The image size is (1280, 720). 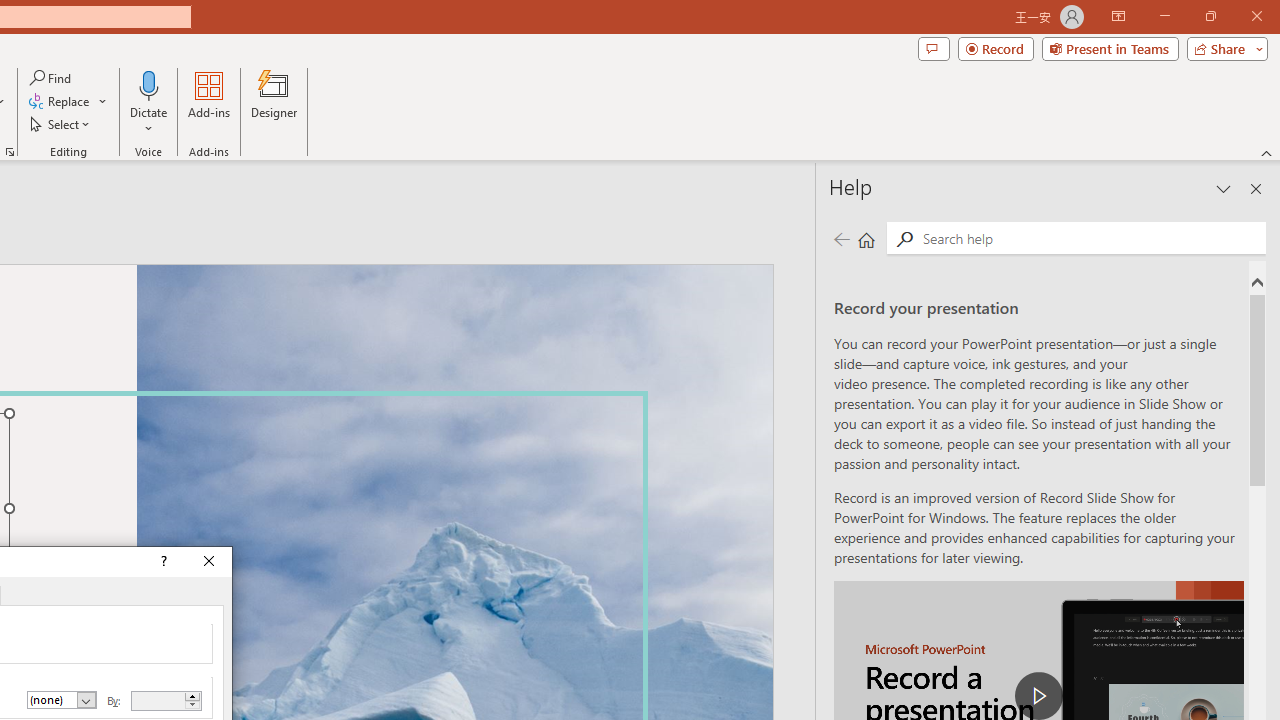 I want to click on 'Context help', so click(x=162, y=561).